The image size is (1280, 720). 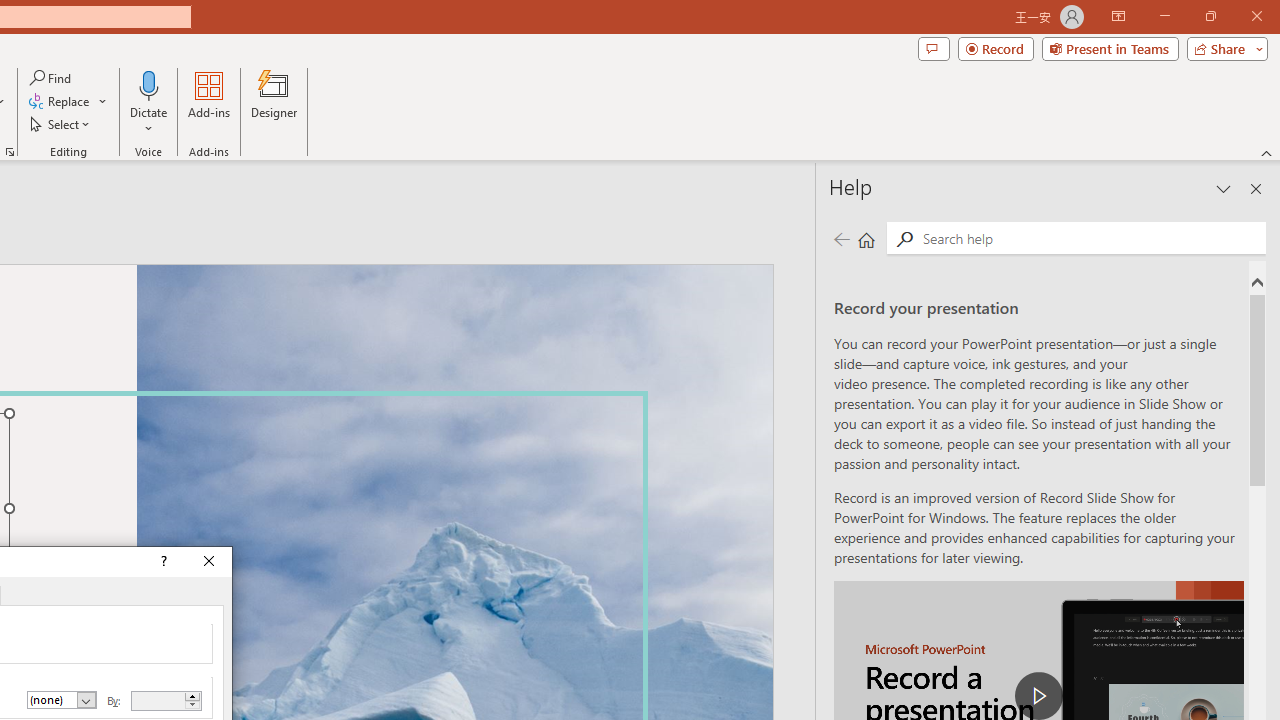 I want to click on 'Context help', so click(x=162, y=561).